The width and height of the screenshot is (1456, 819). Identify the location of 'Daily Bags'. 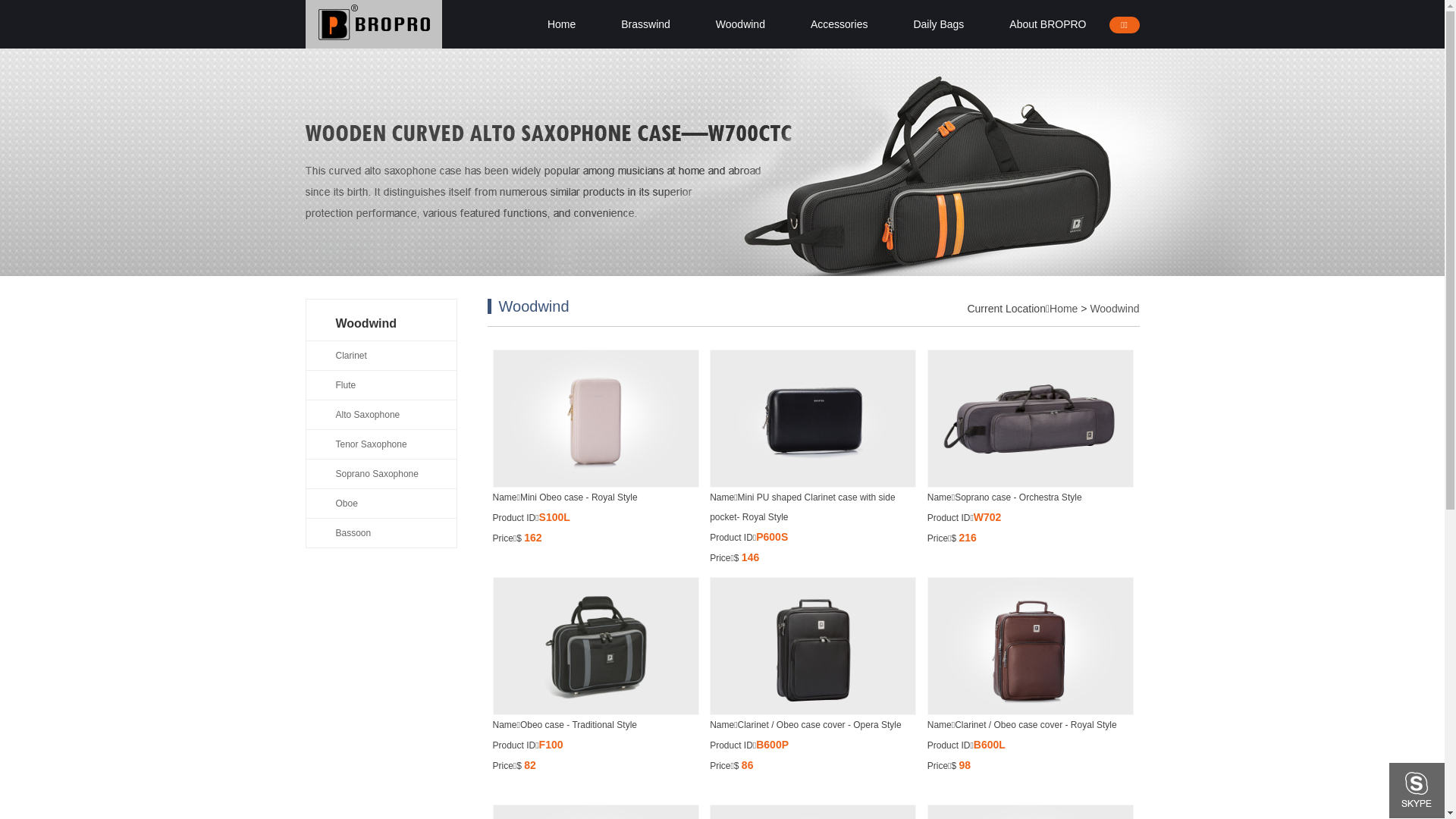
(890, 24).